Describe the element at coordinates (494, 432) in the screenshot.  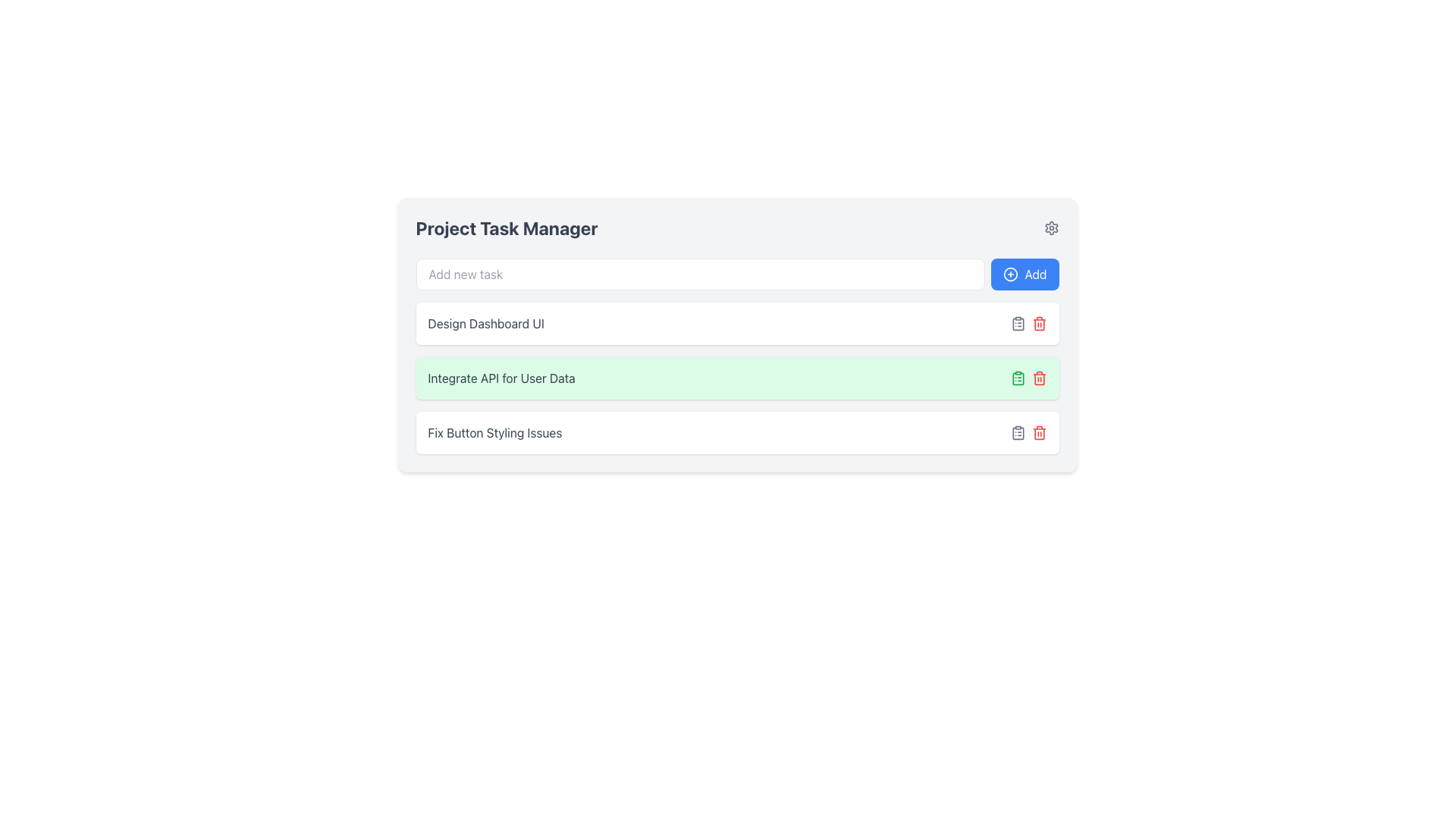
I see `the text label indicating the name or description of a task in the project management card, located at the lower part of the card and to the left of other elements` at that location.